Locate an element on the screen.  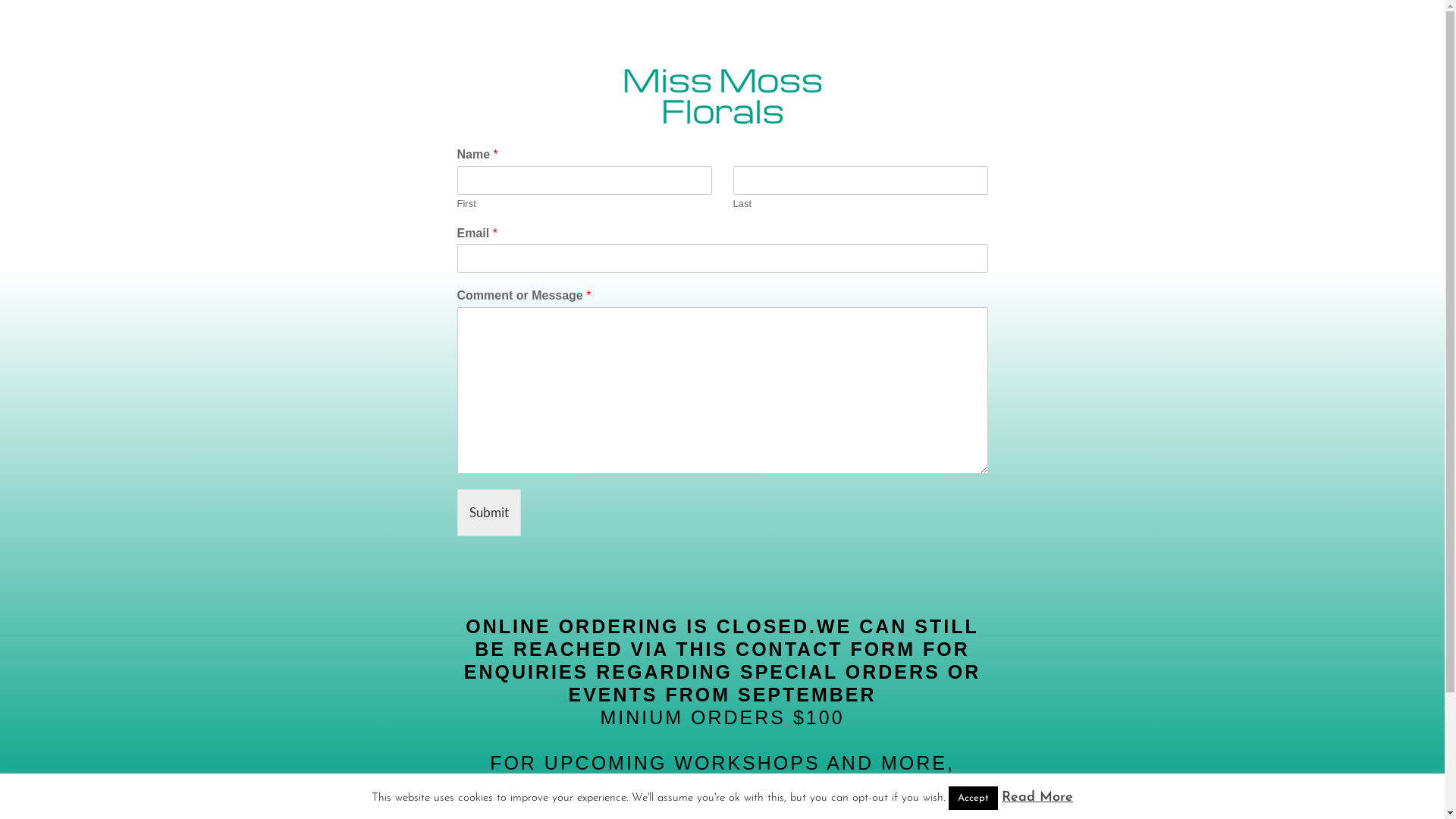
'Submit' is located at coordinates (455, 512).